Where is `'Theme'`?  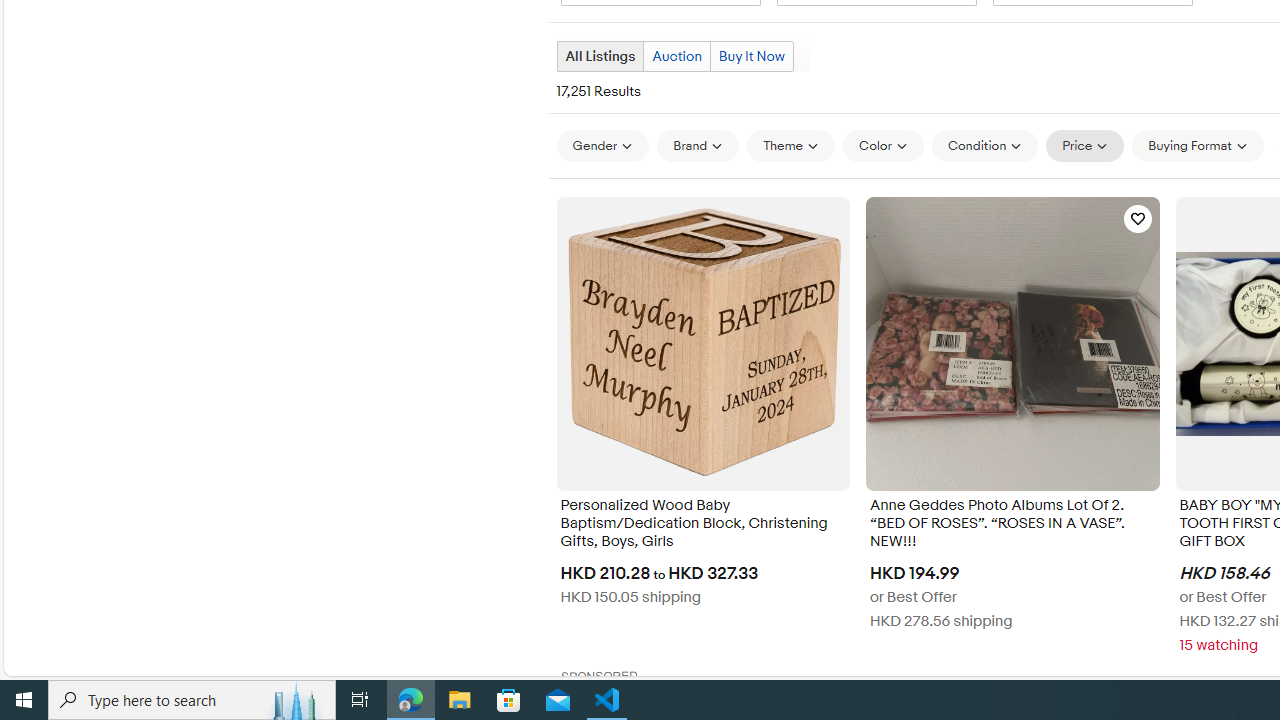
'Theme' is located at coordinates (790, 145).